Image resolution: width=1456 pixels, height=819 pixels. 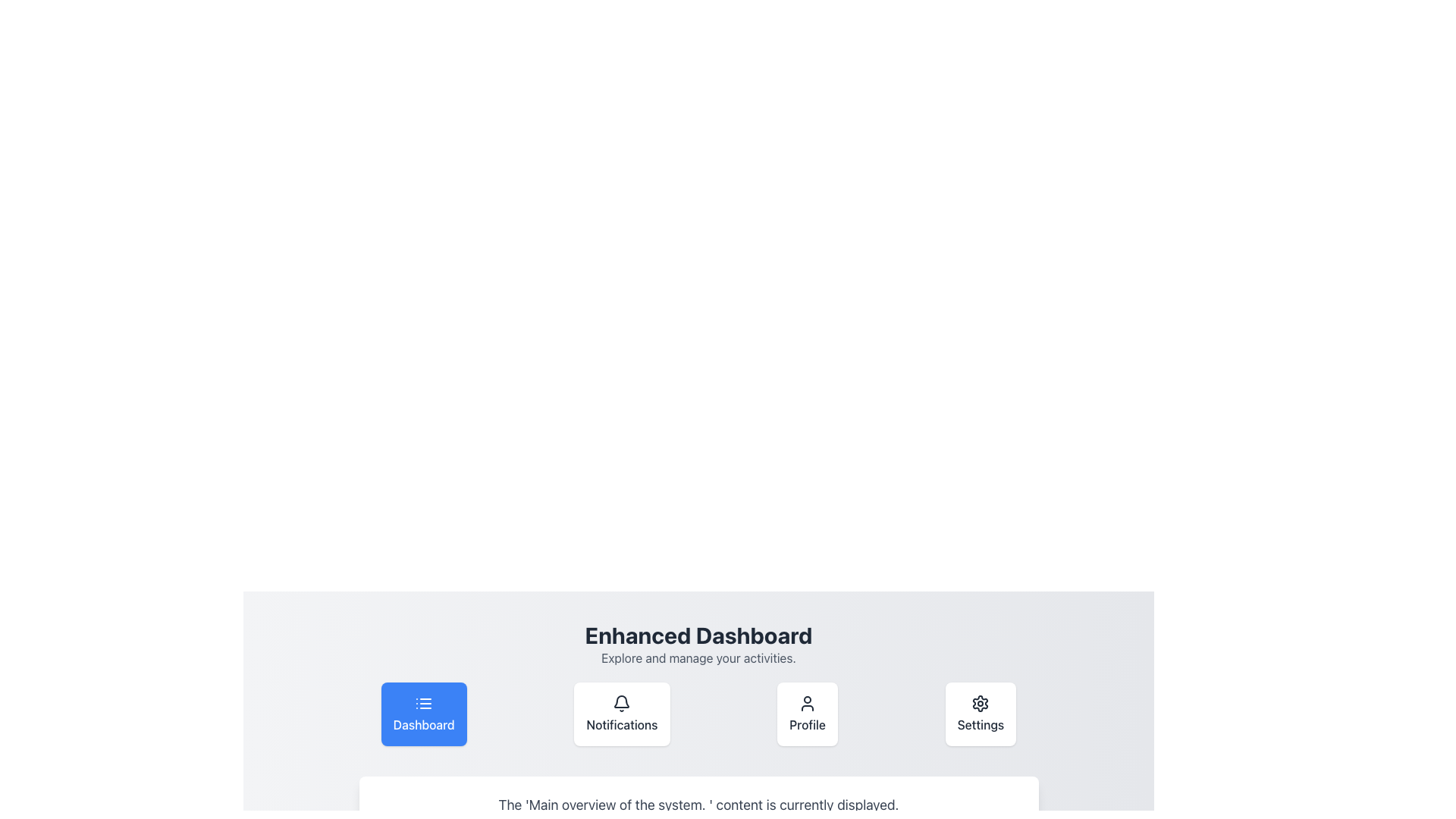 What do you see at coordinates (698, 644) in the screenshot?
I see `the text content of the header displaying 'Enhanced Dashboard' and 'Explore and manage your activities.'` at bounding box center [698, 644].